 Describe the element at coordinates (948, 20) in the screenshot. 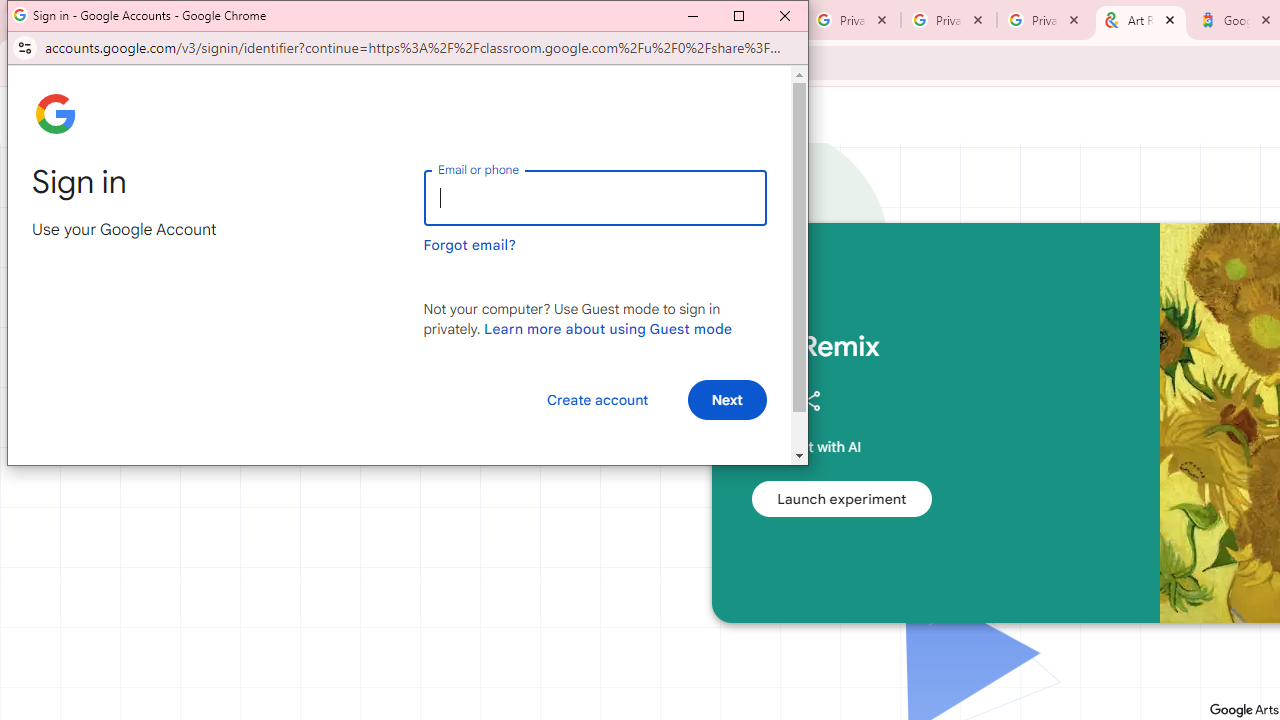

I see `'Privacy Checkup'` at that location.